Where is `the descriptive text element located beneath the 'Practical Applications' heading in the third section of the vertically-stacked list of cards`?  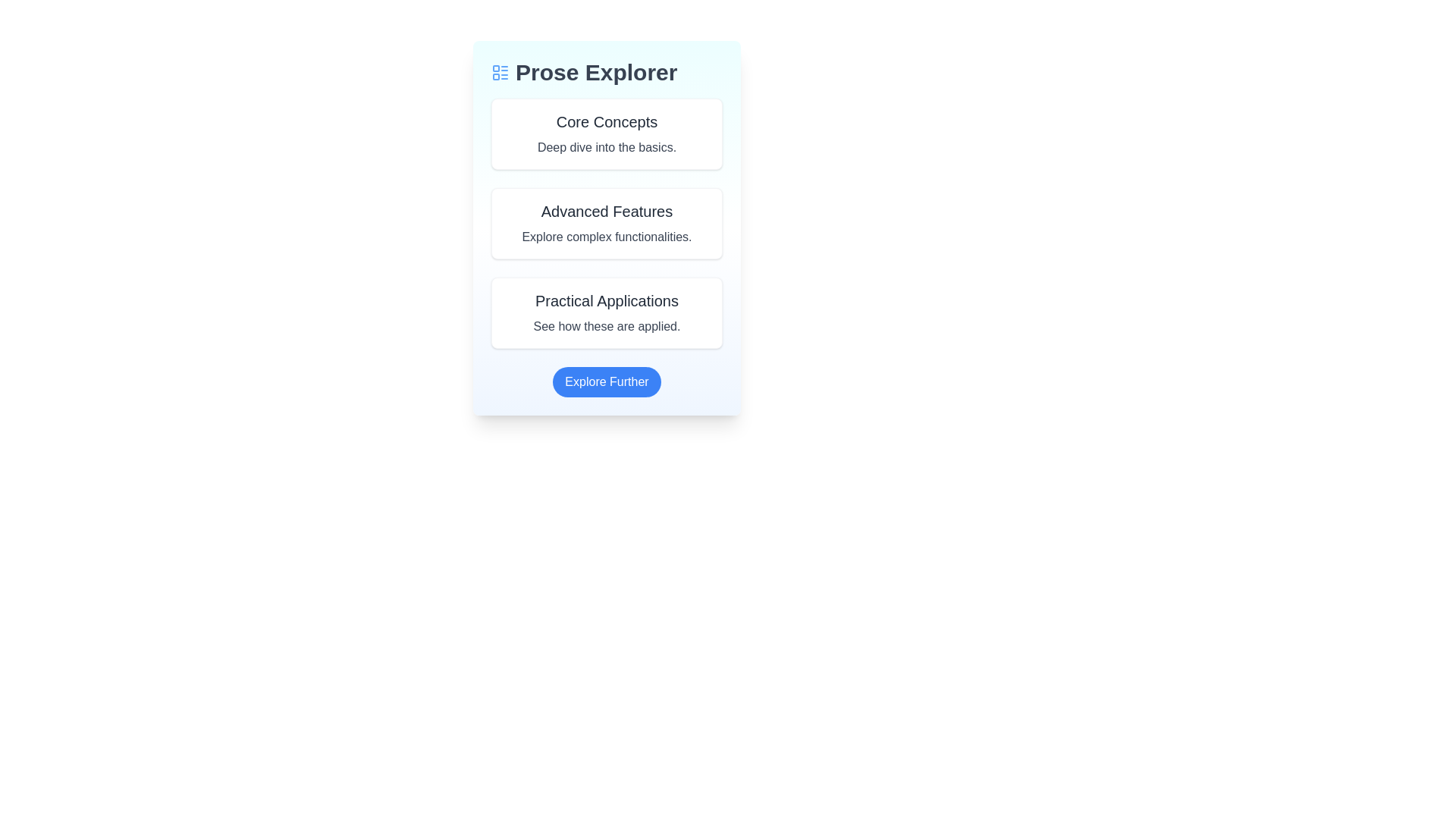 the descriptive text element located beneath the 'Practical Applications' heading in the third section of the vertically-stacked list of cards is located at coordinates (607, 326).